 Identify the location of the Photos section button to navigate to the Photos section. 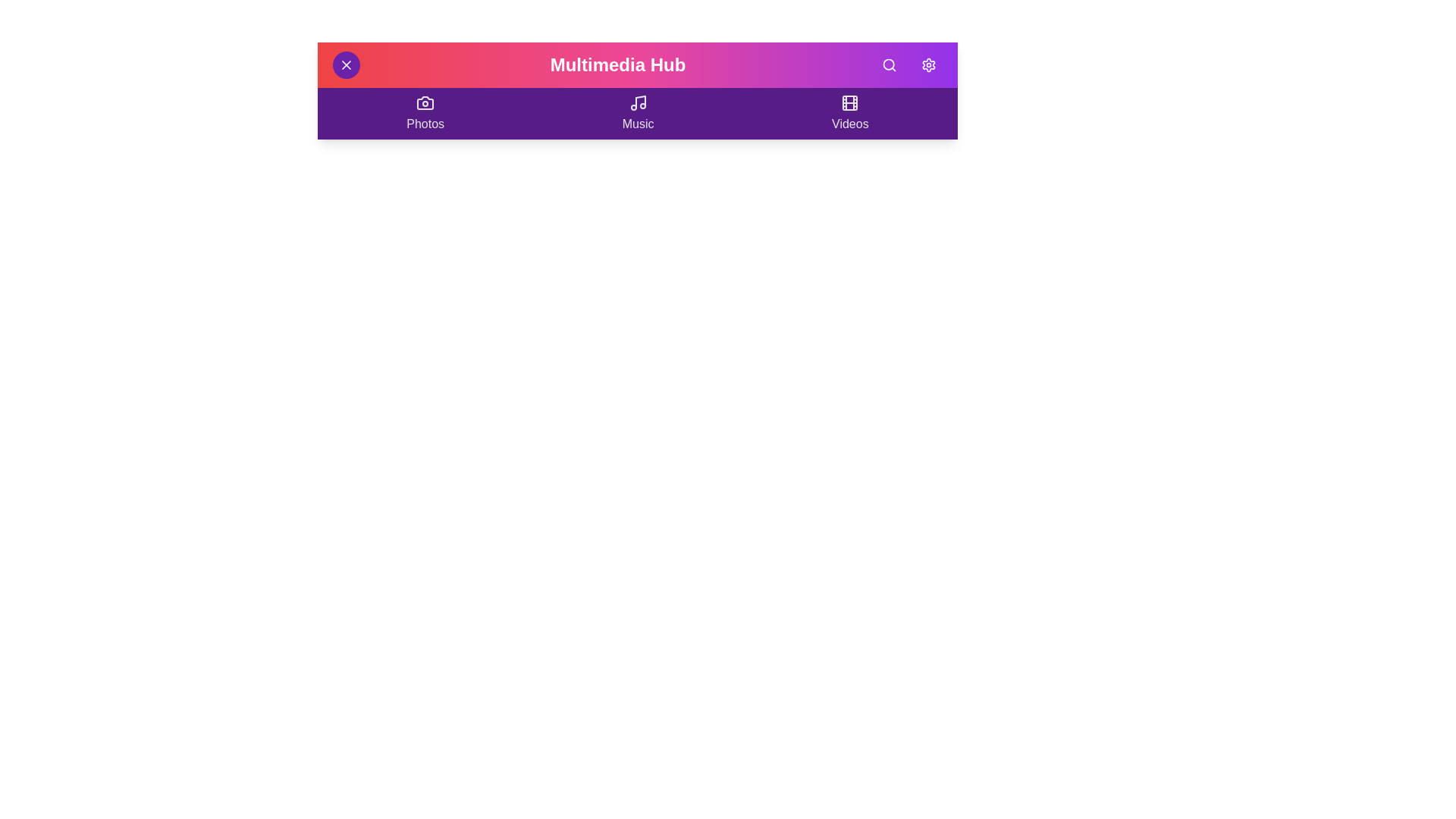
(425, 113).